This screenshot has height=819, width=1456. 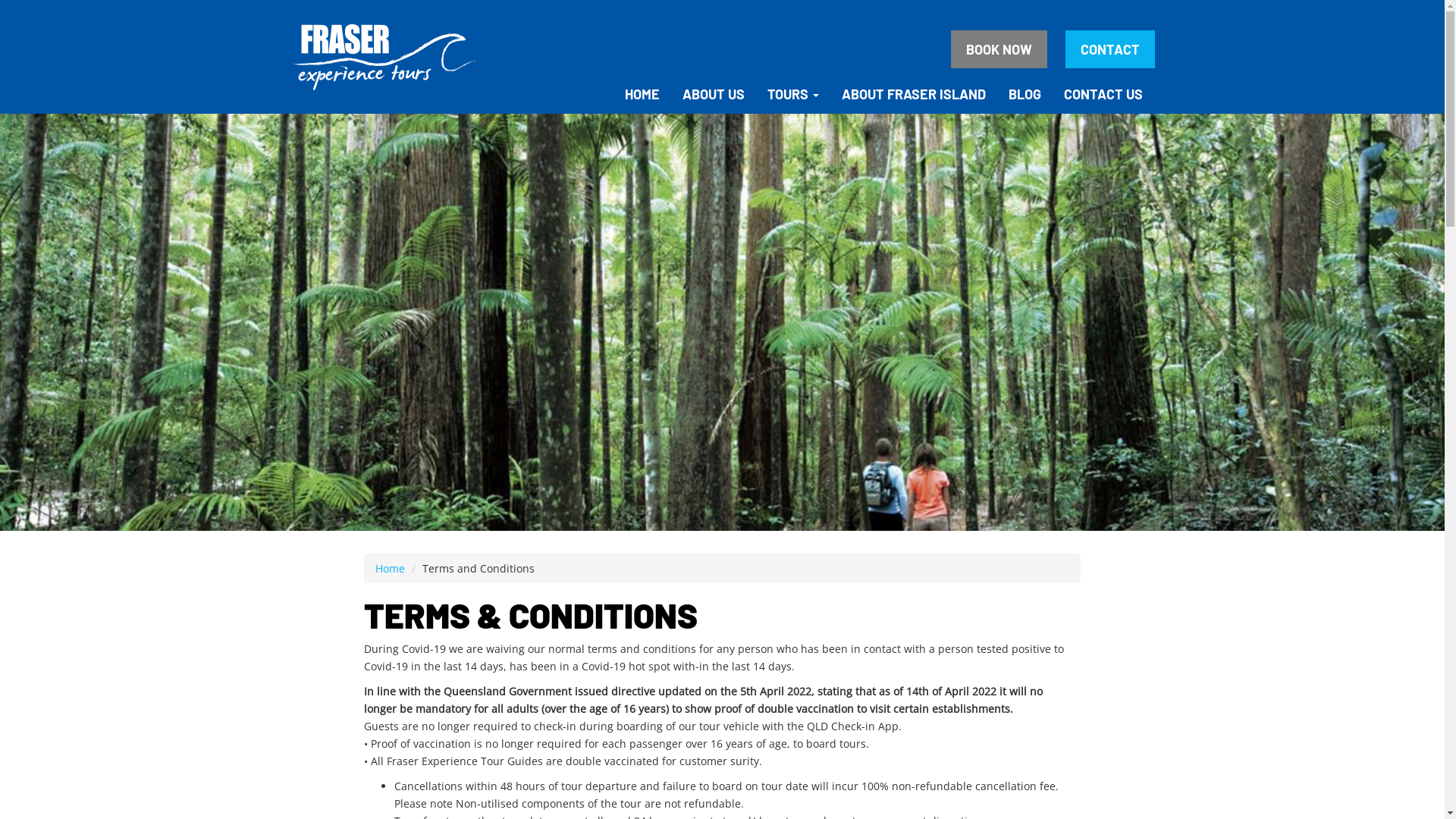 I want to click on 'BOOK NOW', so click(x=999, y=49).